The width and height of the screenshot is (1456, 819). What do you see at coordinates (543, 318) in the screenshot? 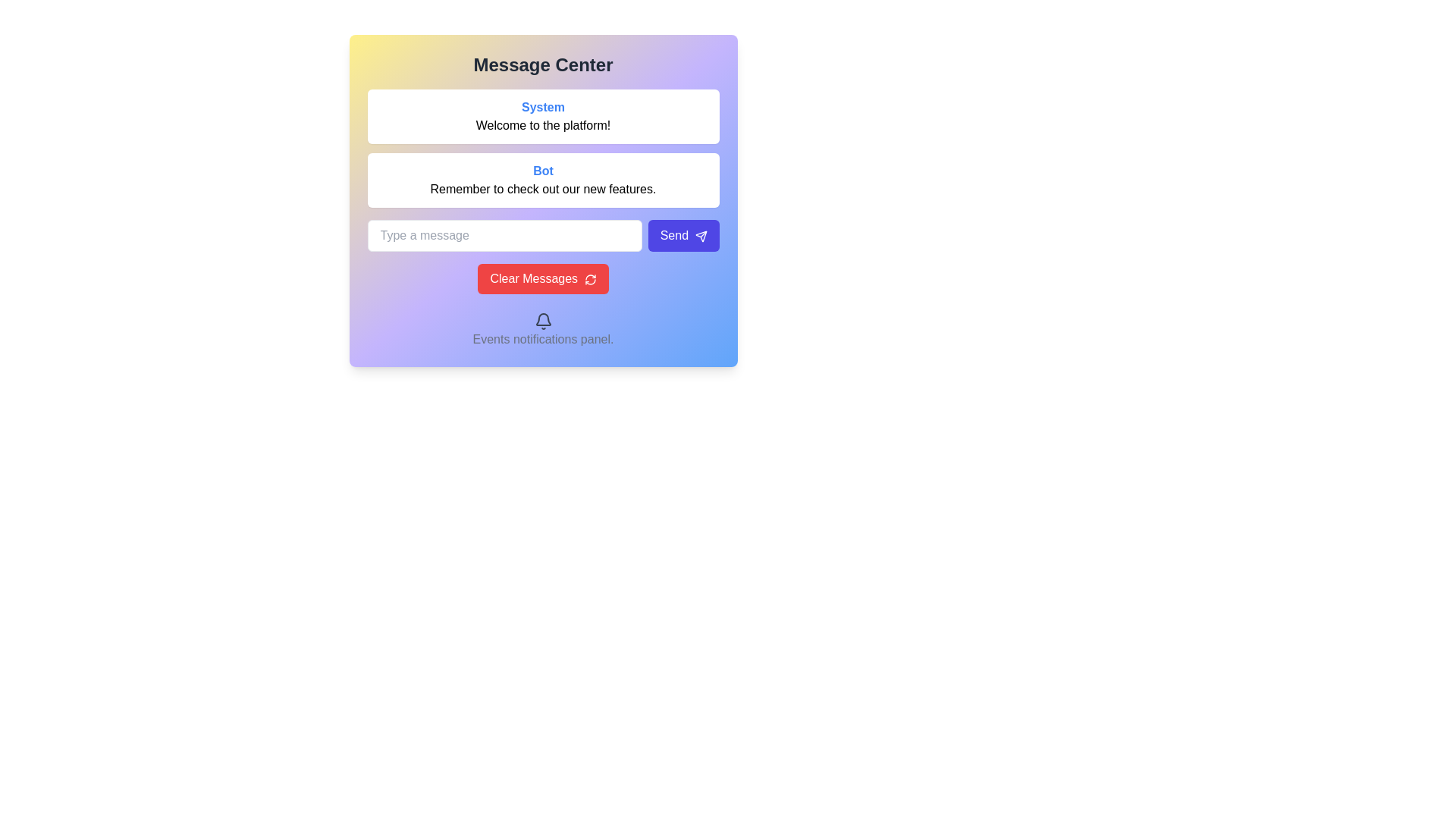
I see `the bell-shaped graphical decoration located at the bottom region of the interface, which is part of an icon group and represents the main bulk of the bell icon` at bounding box center [543, 318].